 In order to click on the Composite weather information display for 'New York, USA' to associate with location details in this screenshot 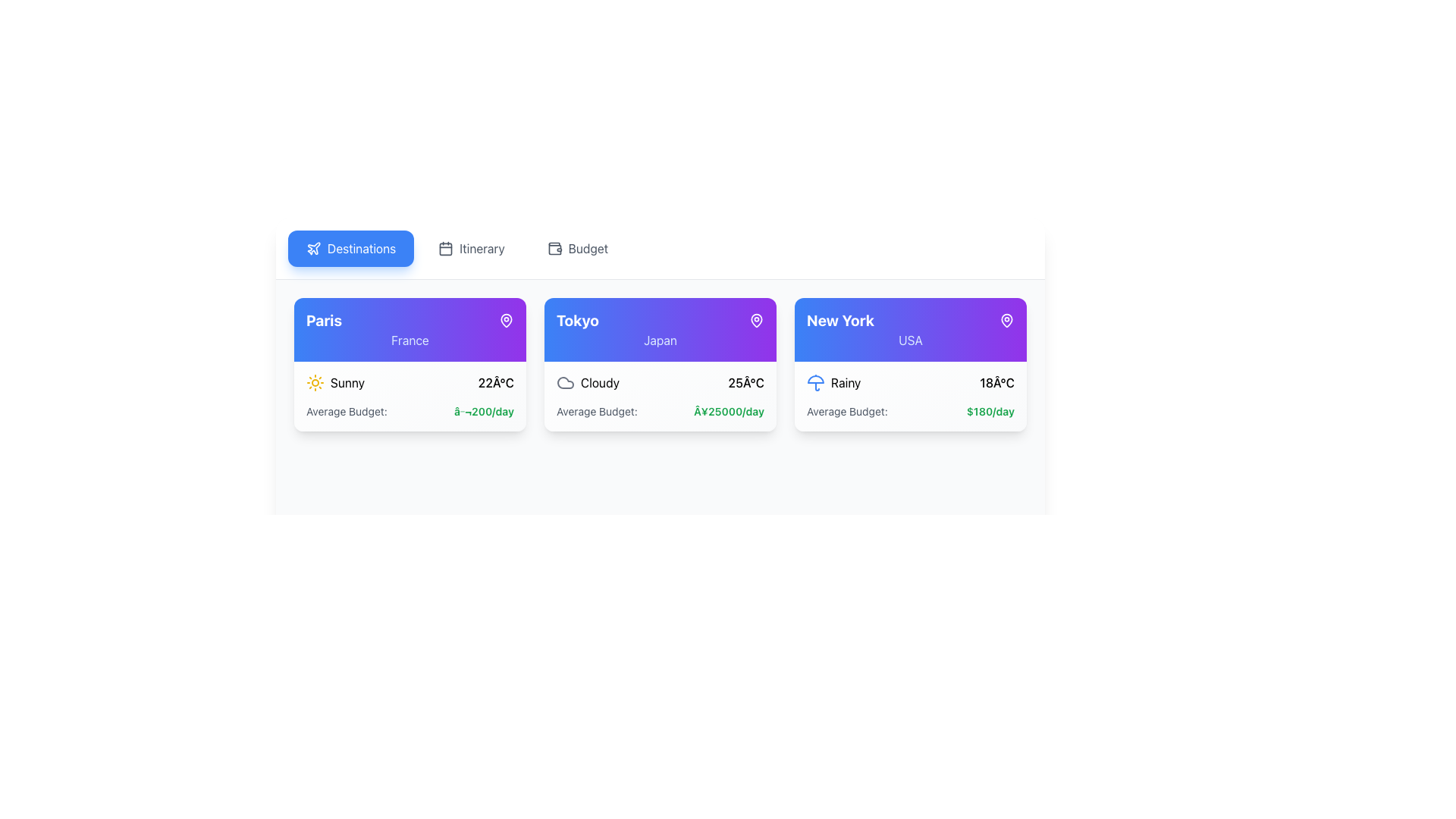, I will do `click(910, 382)`.